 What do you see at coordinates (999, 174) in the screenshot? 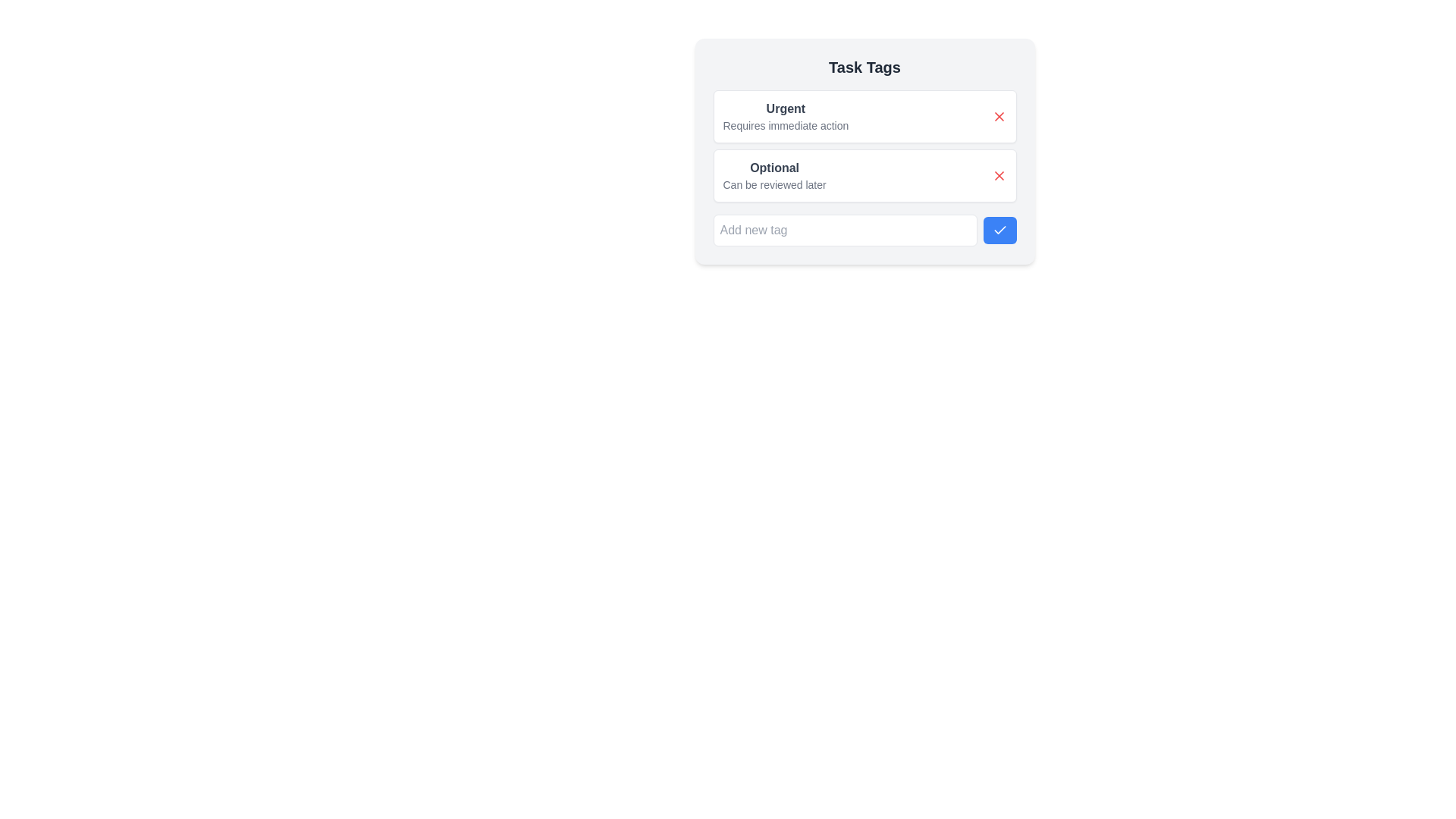
I see `the red cross-shaped icon button located to the right of the 'Optional' label in the 'Task Tags' panel` at bounding box center [999, 174].